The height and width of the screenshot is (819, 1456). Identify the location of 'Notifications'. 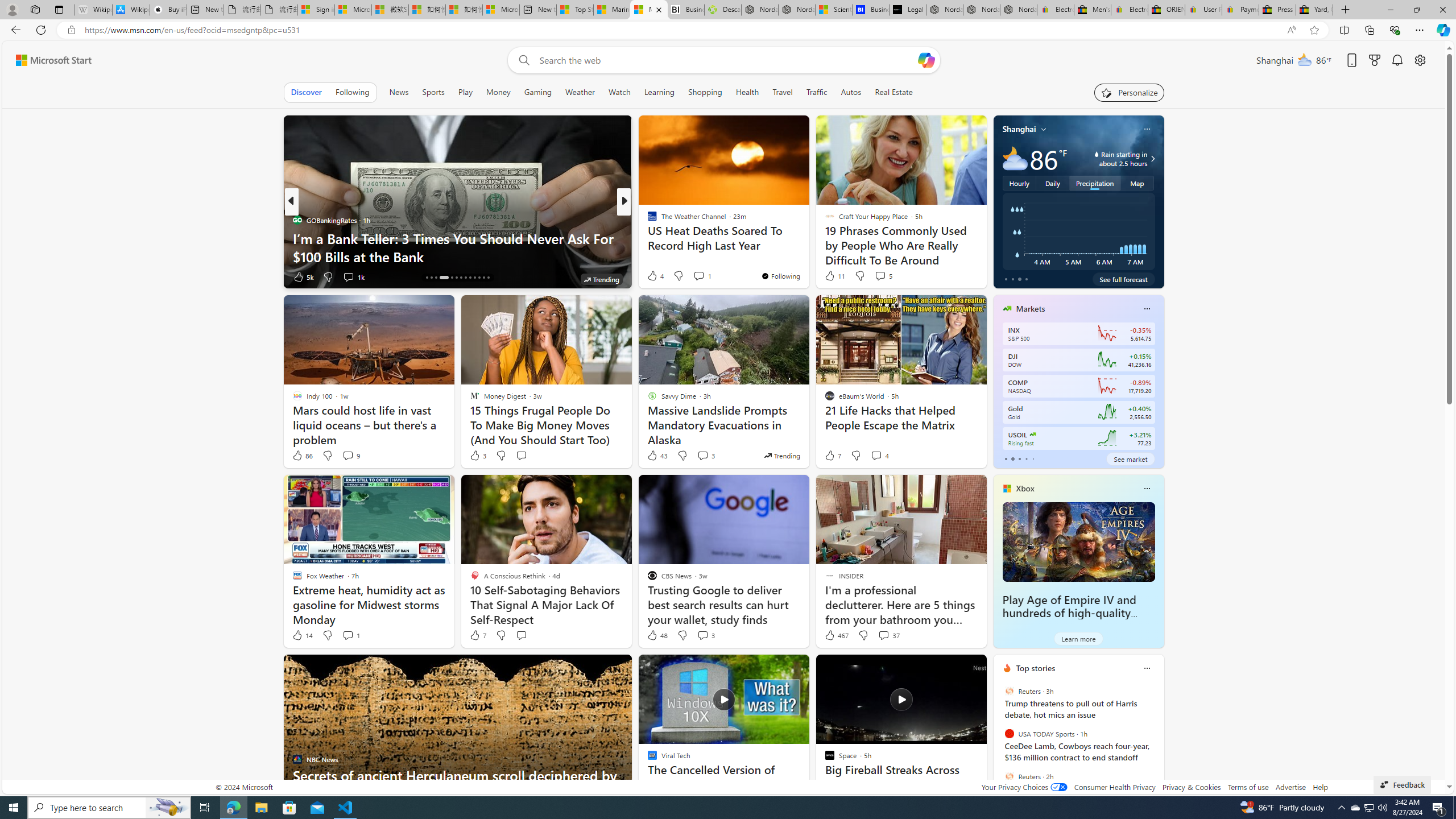
(1397, 60).